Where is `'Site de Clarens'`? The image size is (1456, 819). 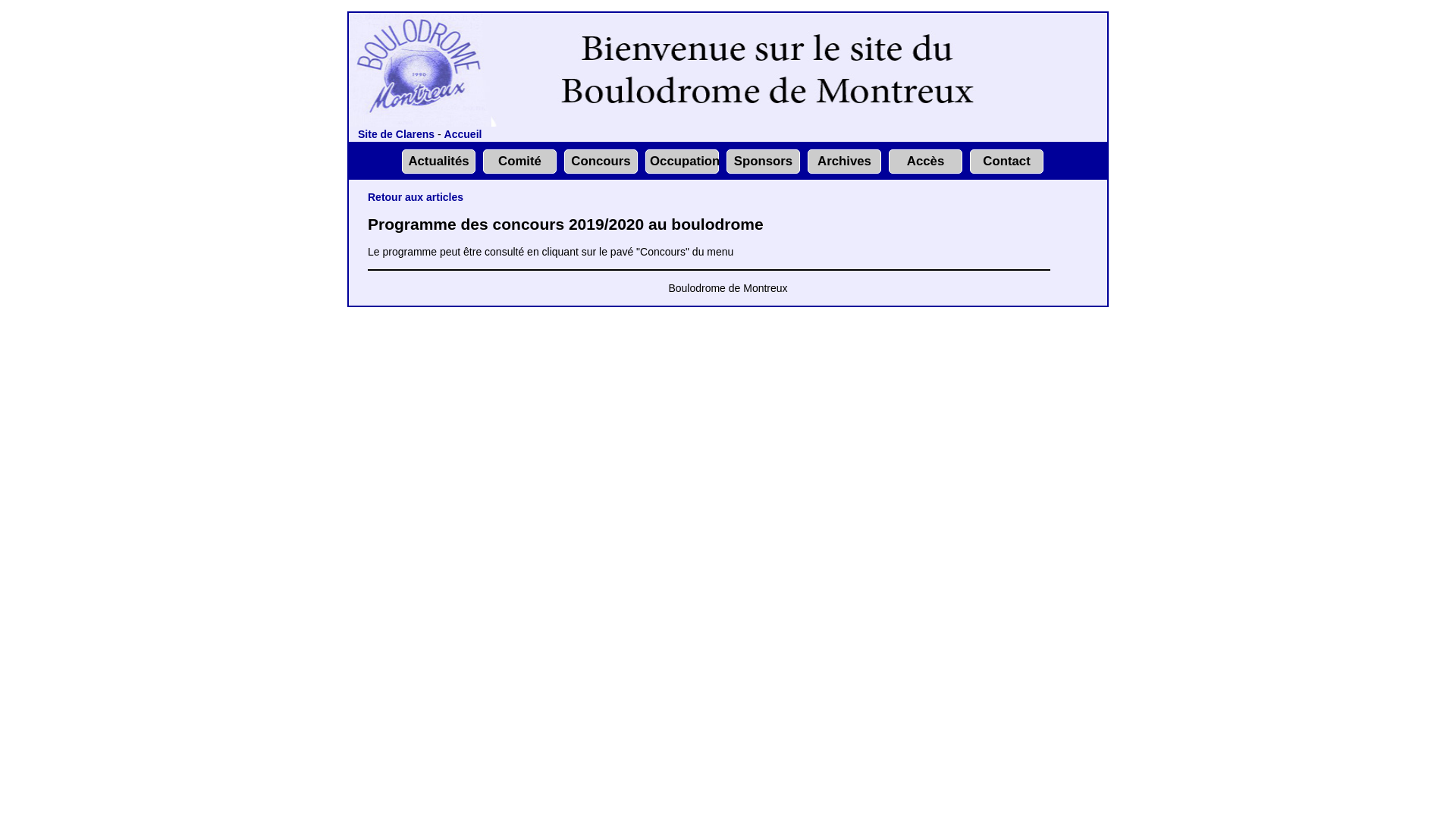
'Site de Clarens' is located at coordinates (396, 133).